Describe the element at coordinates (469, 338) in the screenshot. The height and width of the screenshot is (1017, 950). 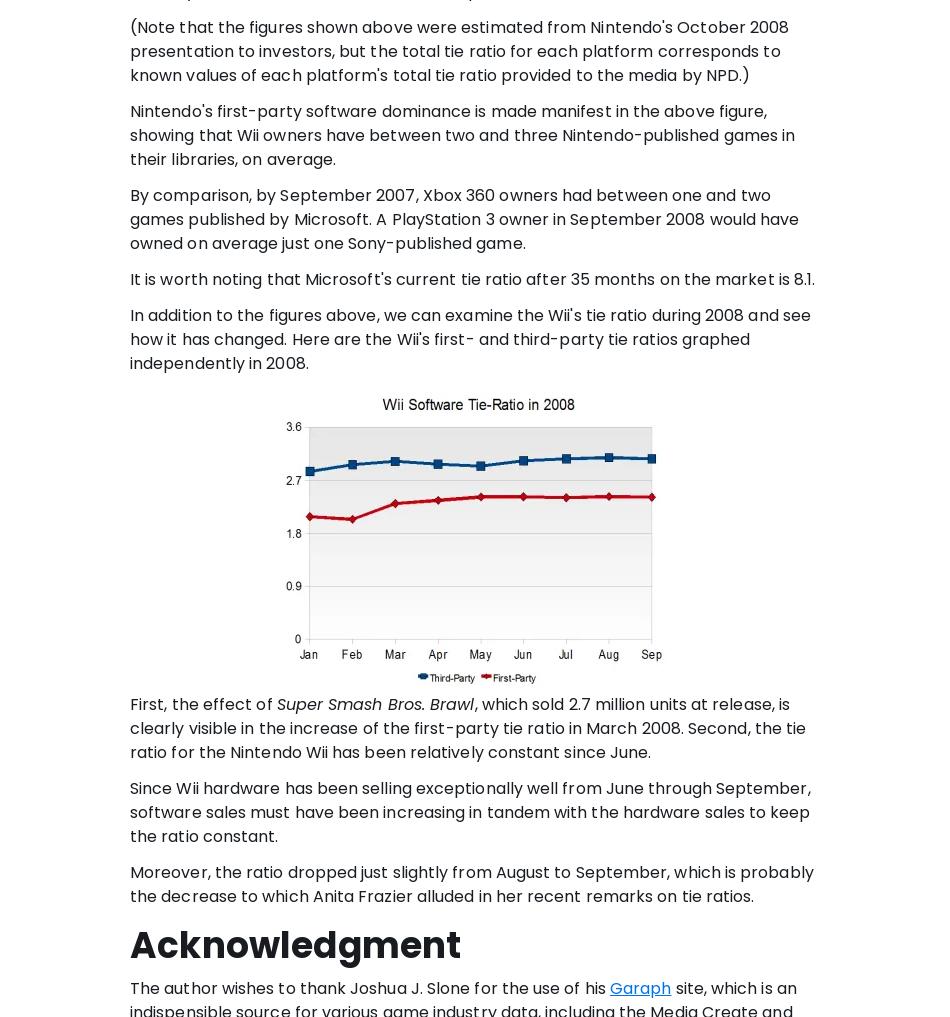
I see `'In addition to the figures above, we can examine the Wii's tie
ratio during 2008 and see how it has changed. Here are the Wii's
first- and third-party tie ratios graphed independently in 2008.'` at that location.